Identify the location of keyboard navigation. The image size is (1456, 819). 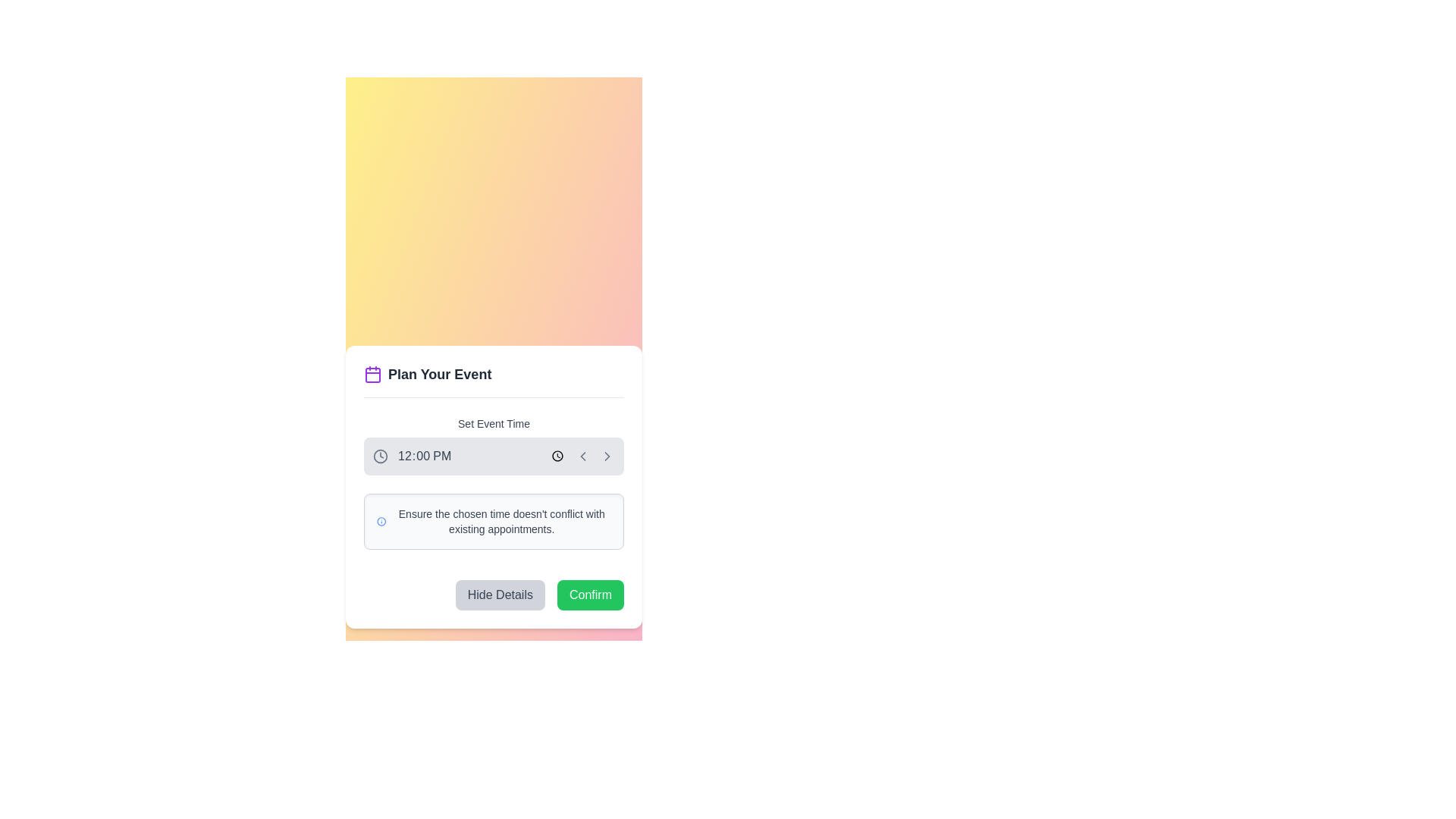
(607, 455).